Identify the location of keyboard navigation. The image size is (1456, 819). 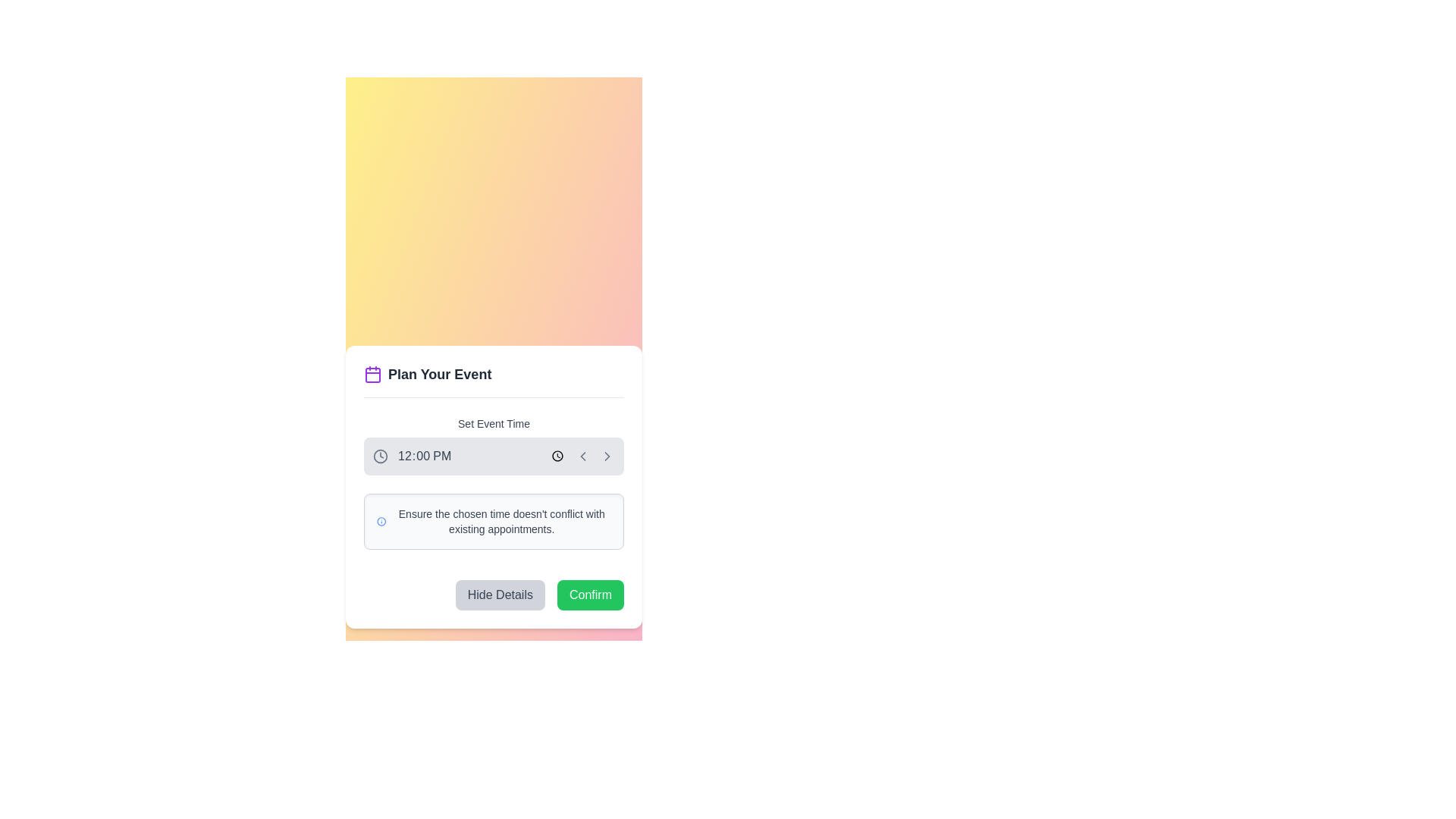
(607, 455).